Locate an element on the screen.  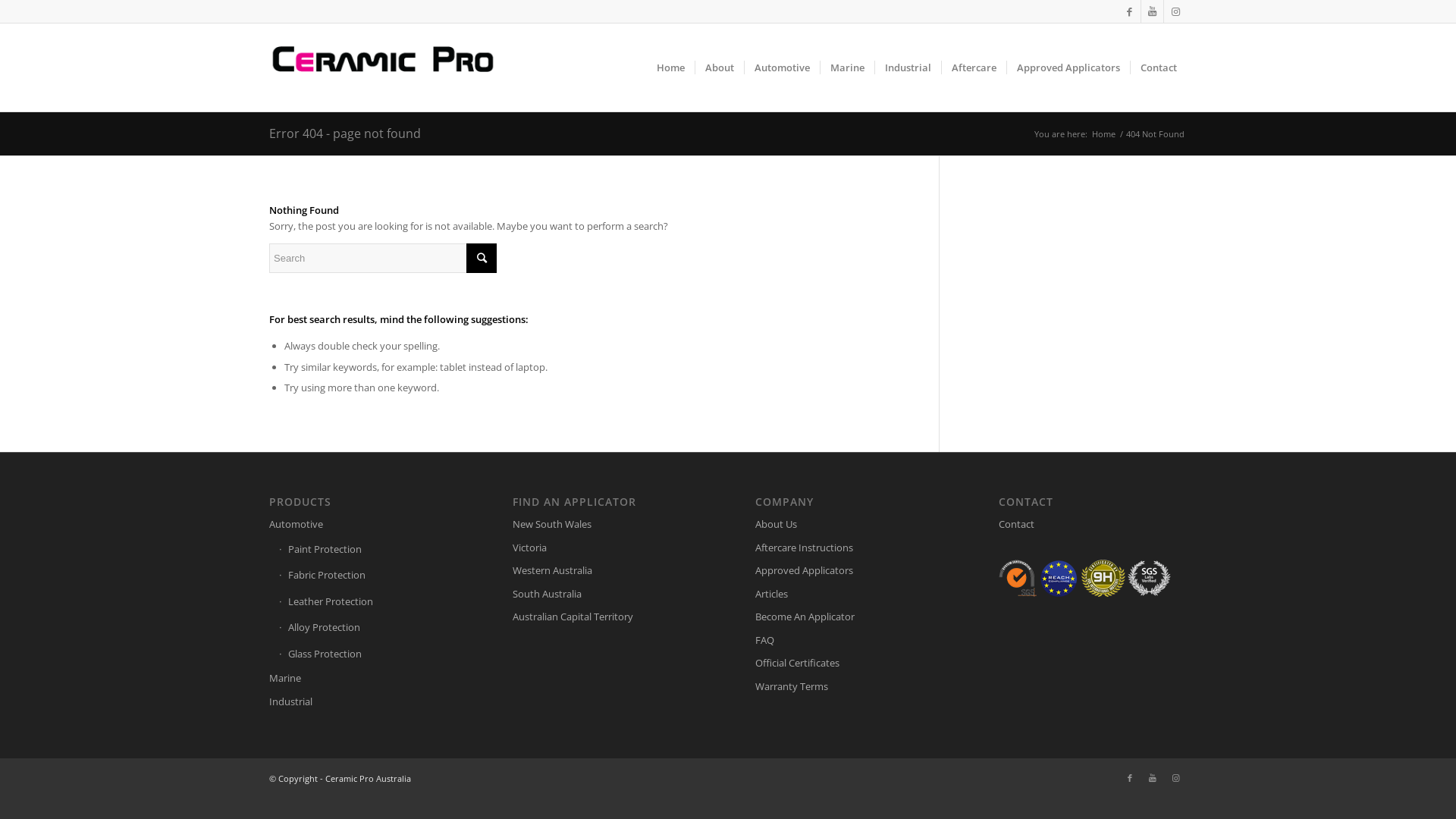
'Automotive' is located at coordinates (362, 523).